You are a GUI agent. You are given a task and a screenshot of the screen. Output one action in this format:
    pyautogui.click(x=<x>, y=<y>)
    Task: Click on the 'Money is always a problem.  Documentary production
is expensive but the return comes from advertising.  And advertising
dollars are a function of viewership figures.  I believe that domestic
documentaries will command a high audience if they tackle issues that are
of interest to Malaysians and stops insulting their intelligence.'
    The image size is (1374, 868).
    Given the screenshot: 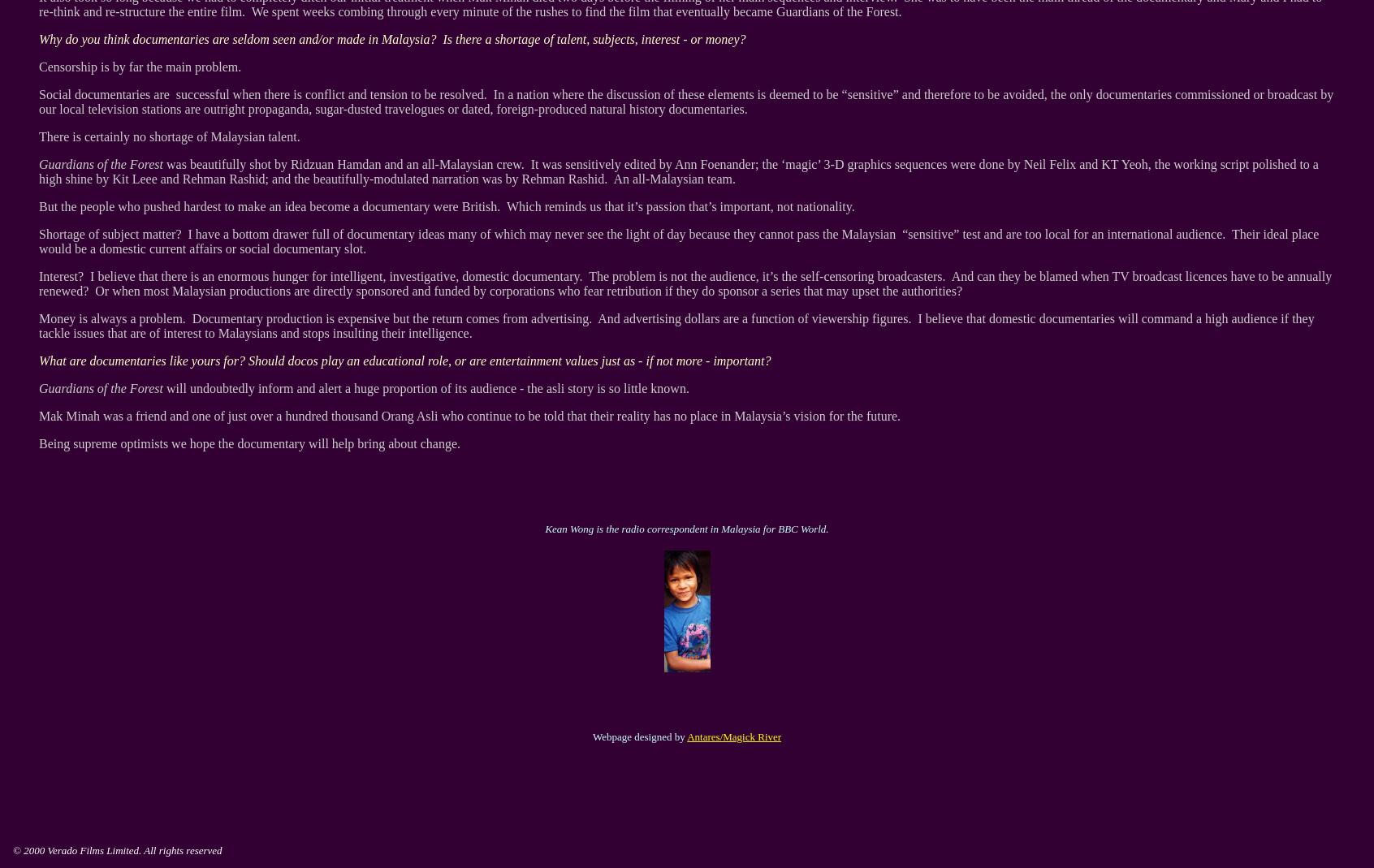 What is the action you would take?
    pyautogui.click(x=38, y=326)
    